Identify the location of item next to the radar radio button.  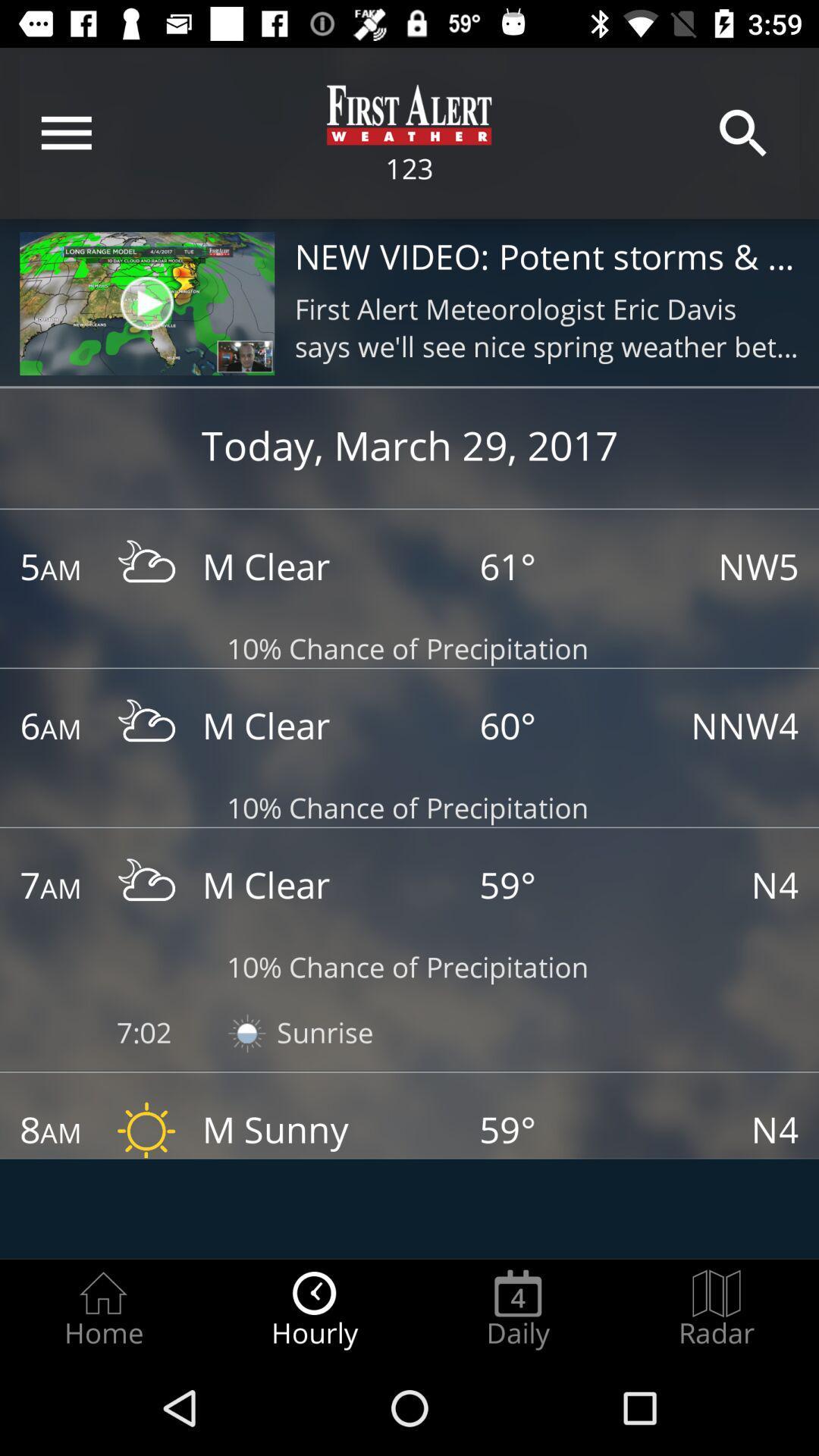
(517, 1309).